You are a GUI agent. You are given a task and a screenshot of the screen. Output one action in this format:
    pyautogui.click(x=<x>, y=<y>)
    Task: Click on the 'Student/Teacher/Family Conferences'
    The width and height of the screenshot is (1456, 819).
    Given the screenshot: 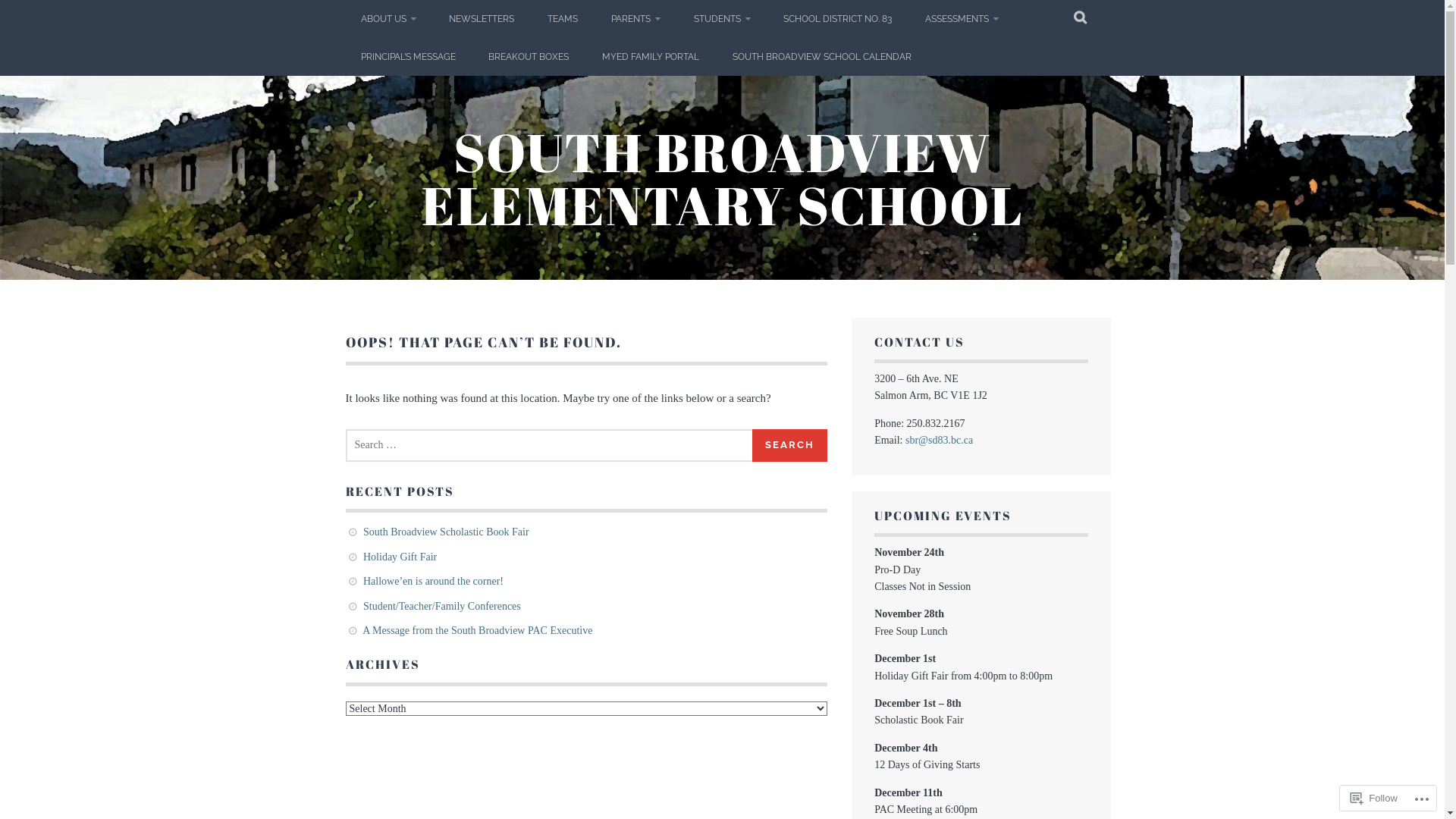 What is the action you would take?
    pyautogui.click(x=362, y=605)
    